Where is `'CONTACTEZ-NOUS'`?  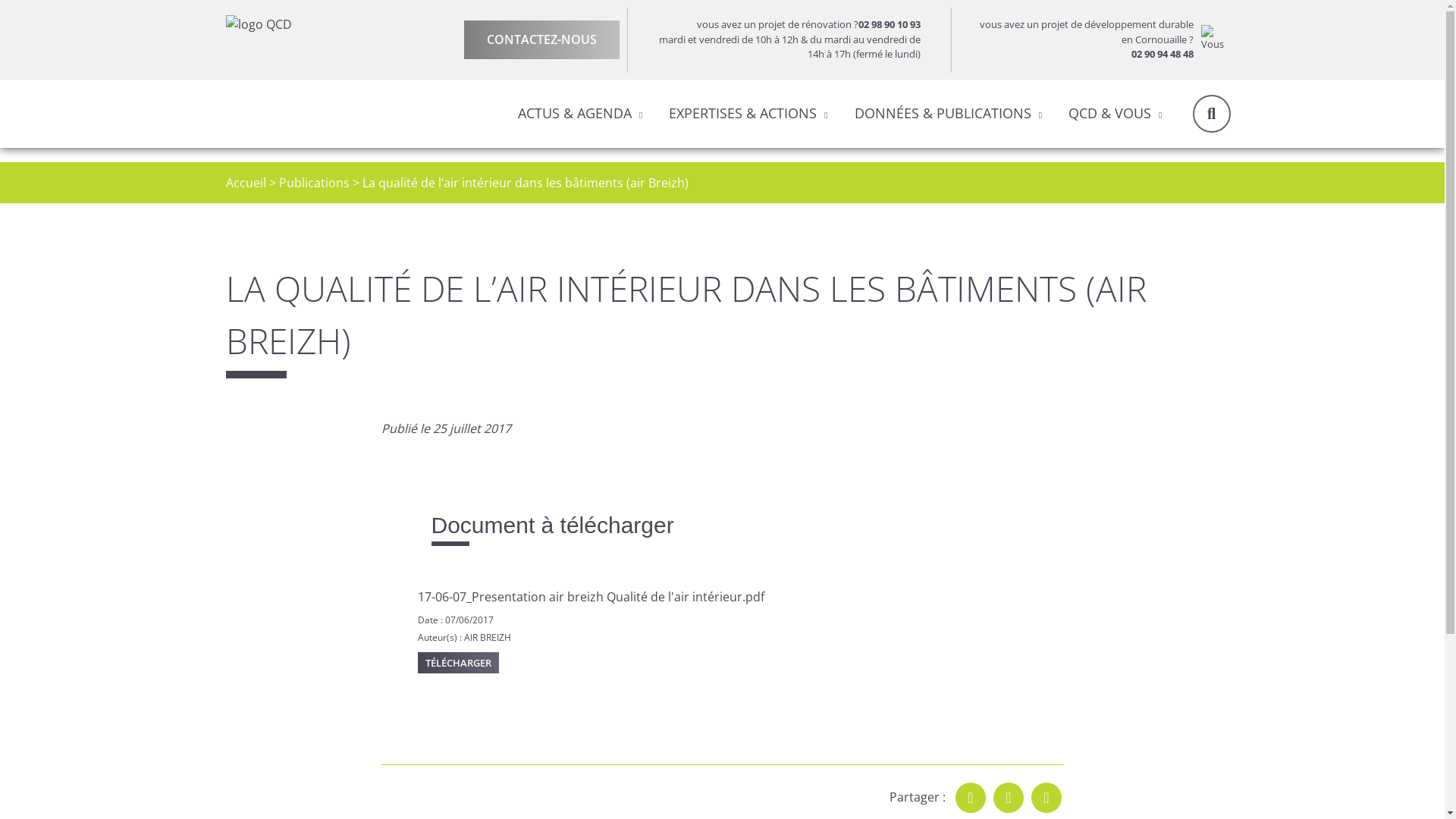
'CONTACTEZ-NOUS' is located at coordinates (541, 39).